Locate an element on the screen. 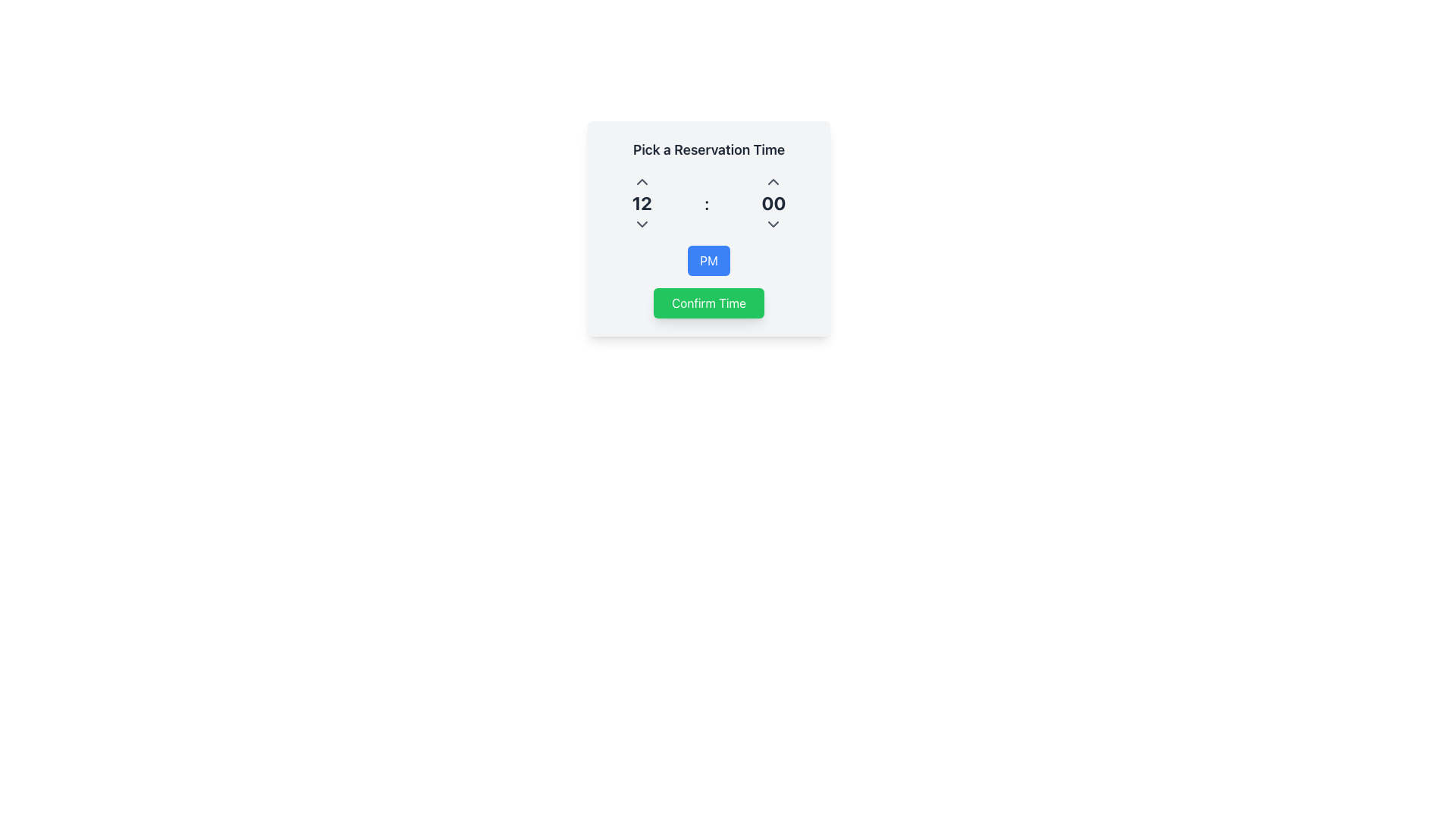 Image resolution: width=1456 pixels, height=819 pixels. the confirmation button located at the bottom center of the interface to confirm the selected time setting is located at coordinates (708, 303).